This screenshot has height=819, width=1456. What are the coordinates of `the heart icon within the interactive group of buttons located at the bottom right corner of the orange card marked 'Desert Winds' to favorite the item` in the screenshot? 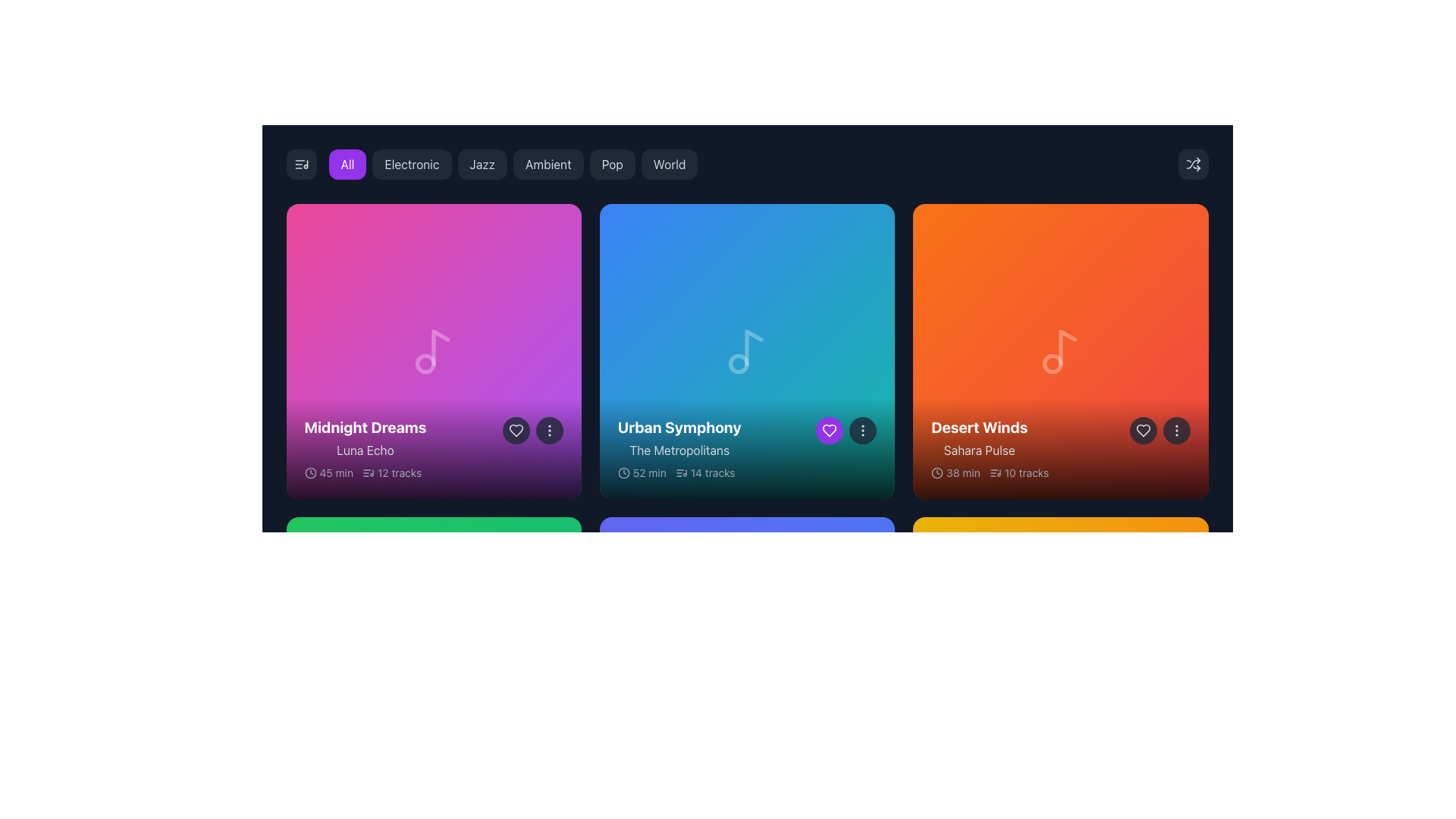 It's located at (1159, 431).